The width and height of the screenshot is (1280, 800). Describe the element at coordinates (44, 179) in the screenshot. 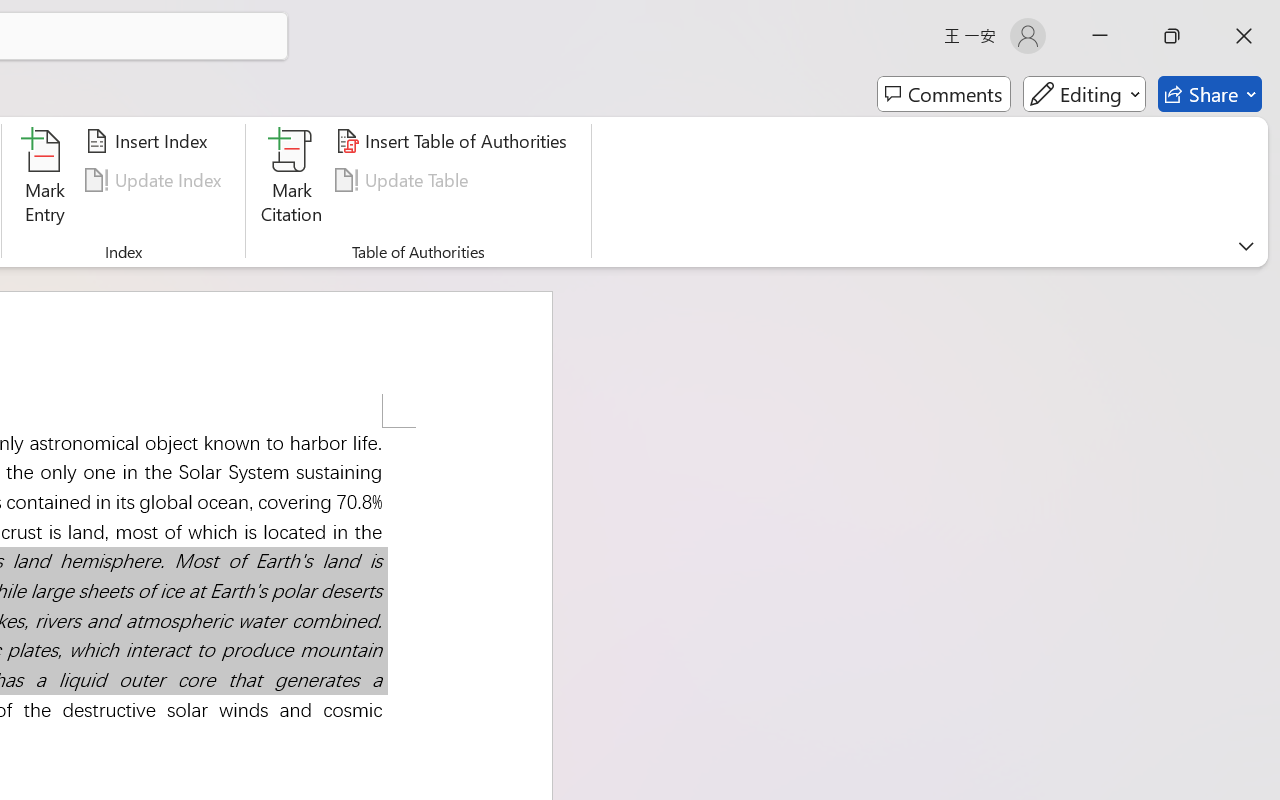

I see `'Mark Entry...'` at that location.